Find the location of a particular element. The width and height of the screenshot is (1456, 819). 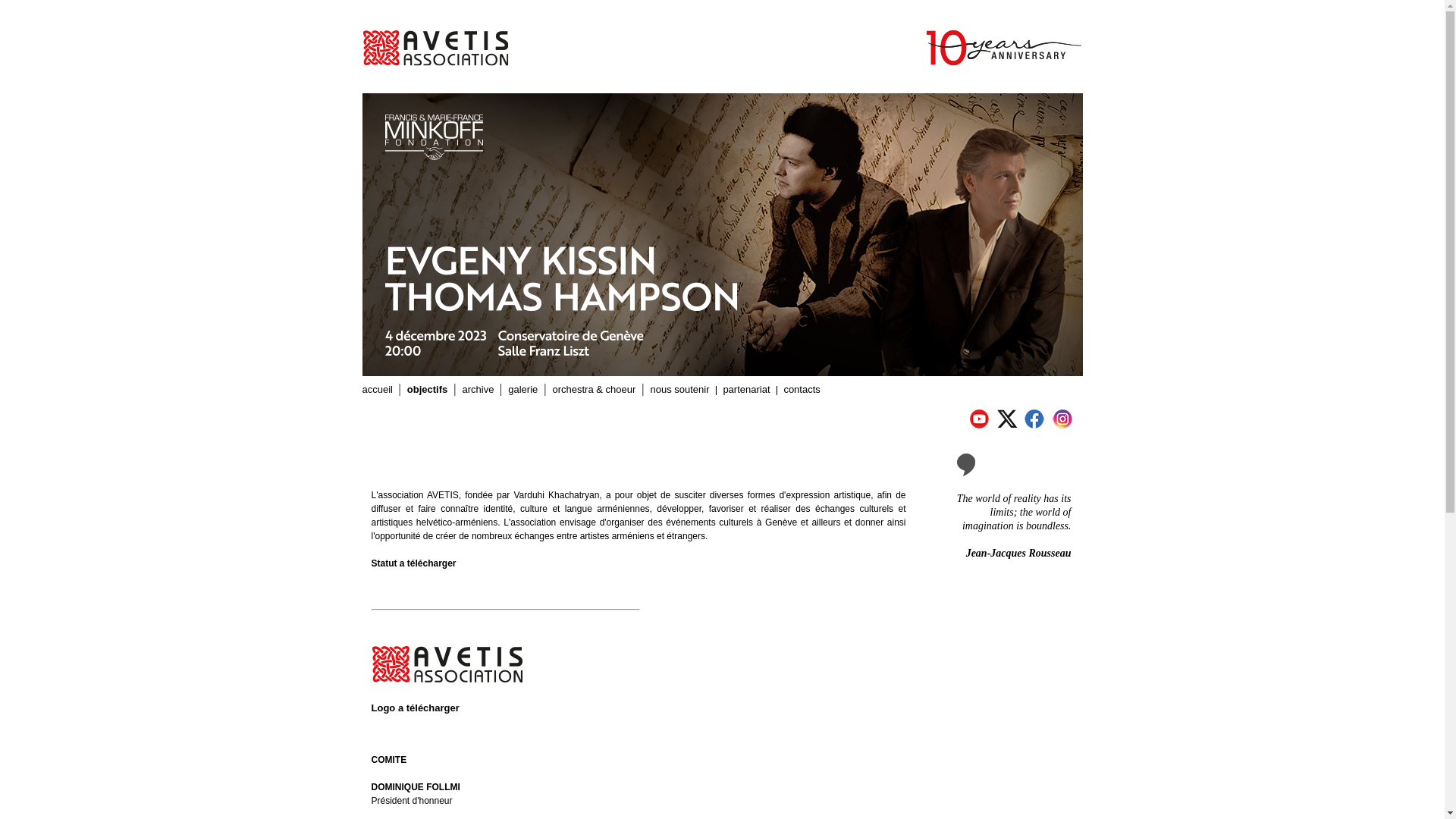

'archive' is located at coordinates (476, 388).